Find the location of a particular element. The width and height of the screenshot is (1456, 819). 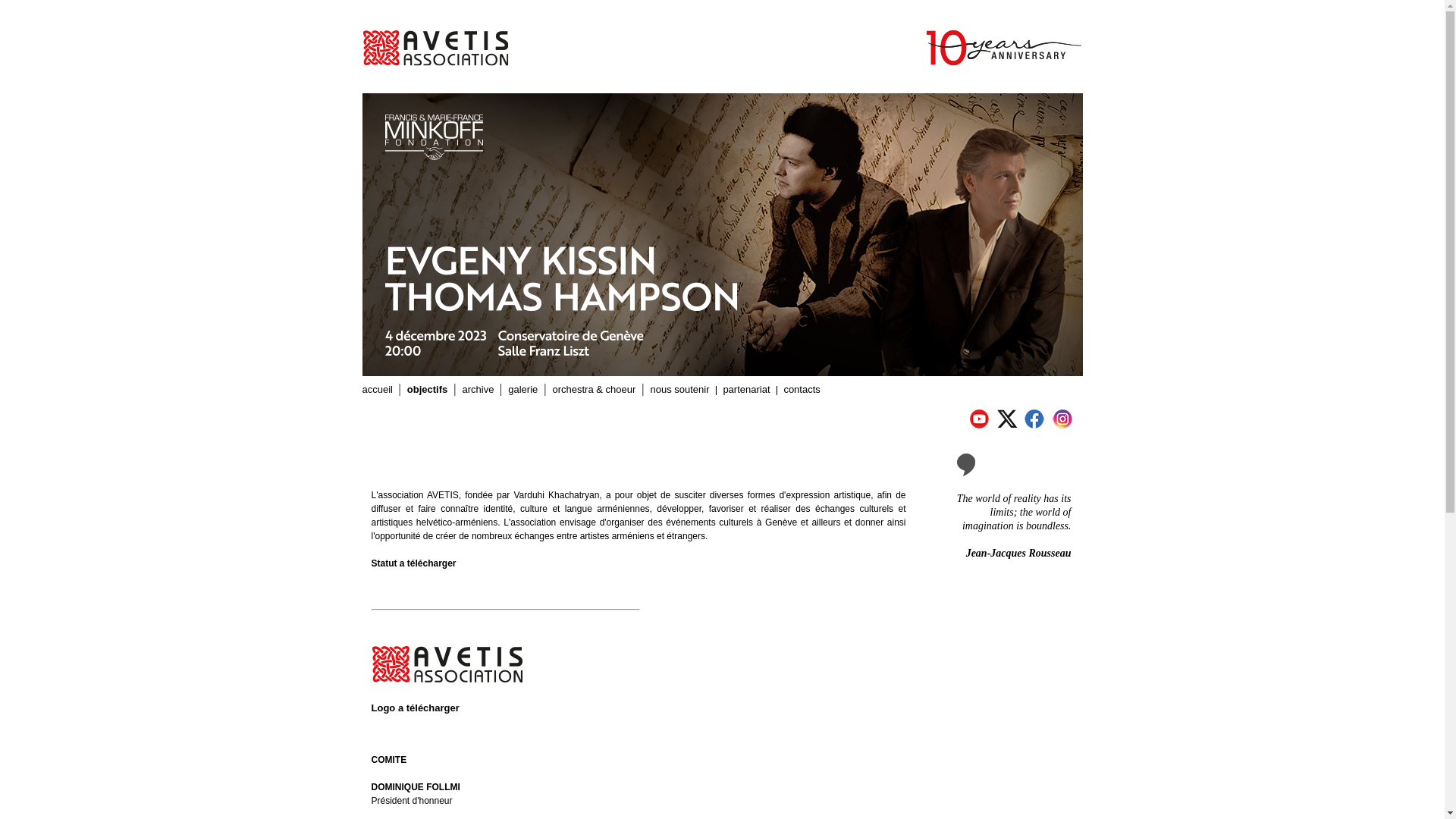

'archive' is located at coordinates (476, 388).